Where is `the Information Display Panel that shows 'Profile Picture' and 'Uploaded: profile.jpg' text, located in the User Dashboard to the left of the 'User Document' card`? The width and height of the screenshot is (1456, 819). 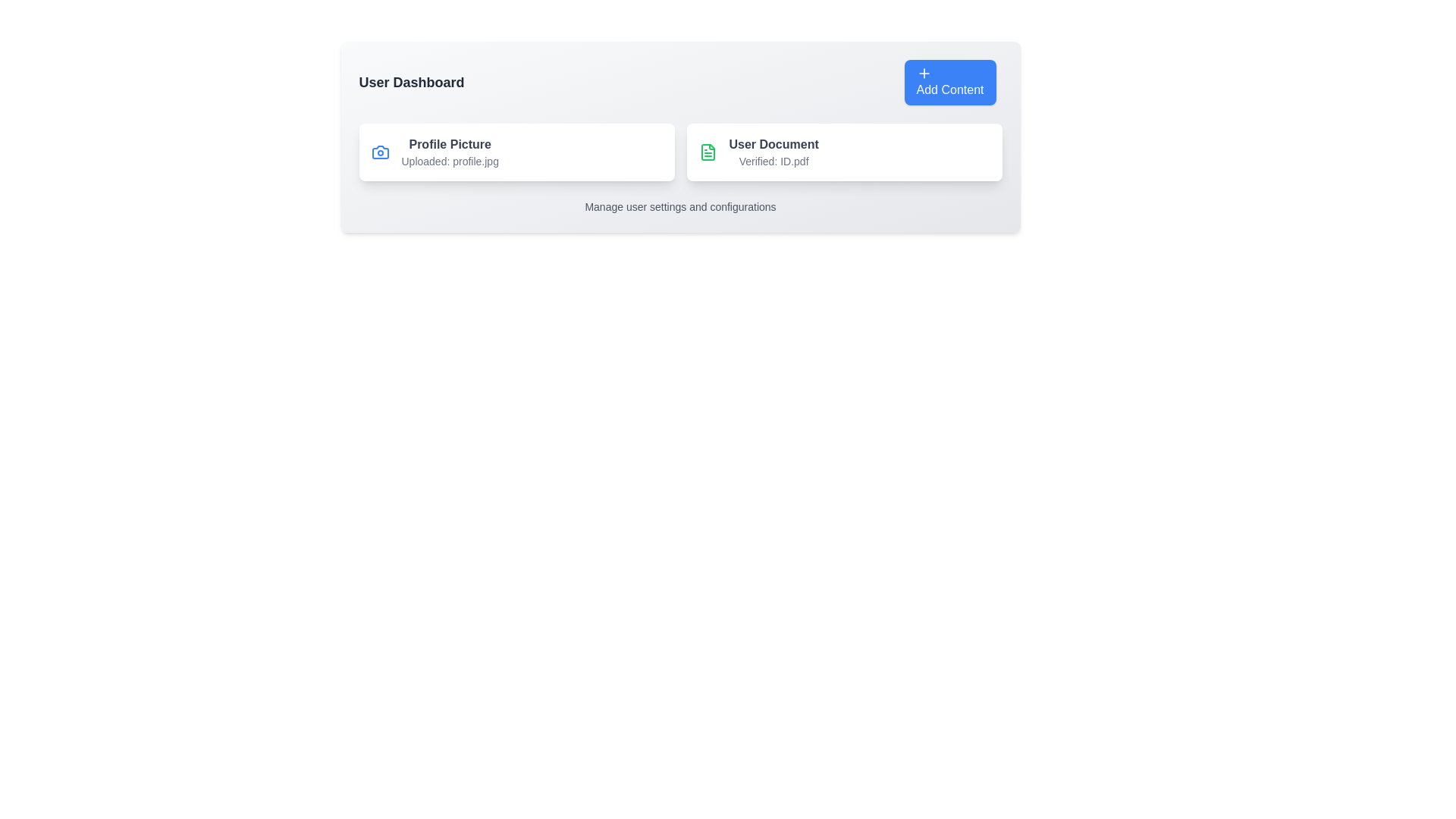
the Information Display Panel that shows 'Profile Picture' and 'Uploaded: profile.jpg' text, located in the User Dashboard to the left of the 'User Document' card is located at coordinates (449, 152).